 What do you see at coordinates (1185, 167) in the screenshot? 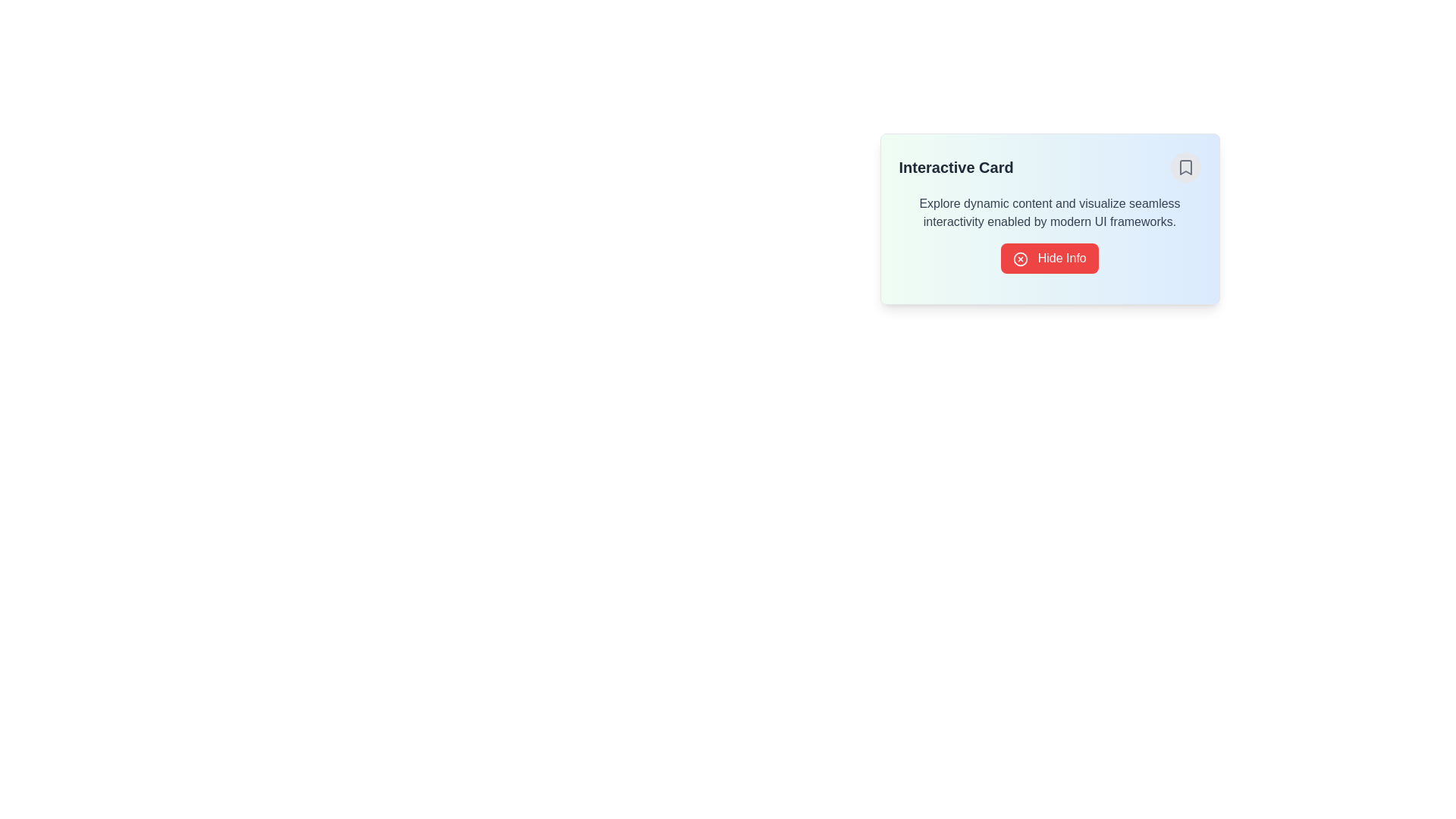
I see `the bookmark icon located at the top-right corner of the card UI component` at bounding box center [1185, 167].